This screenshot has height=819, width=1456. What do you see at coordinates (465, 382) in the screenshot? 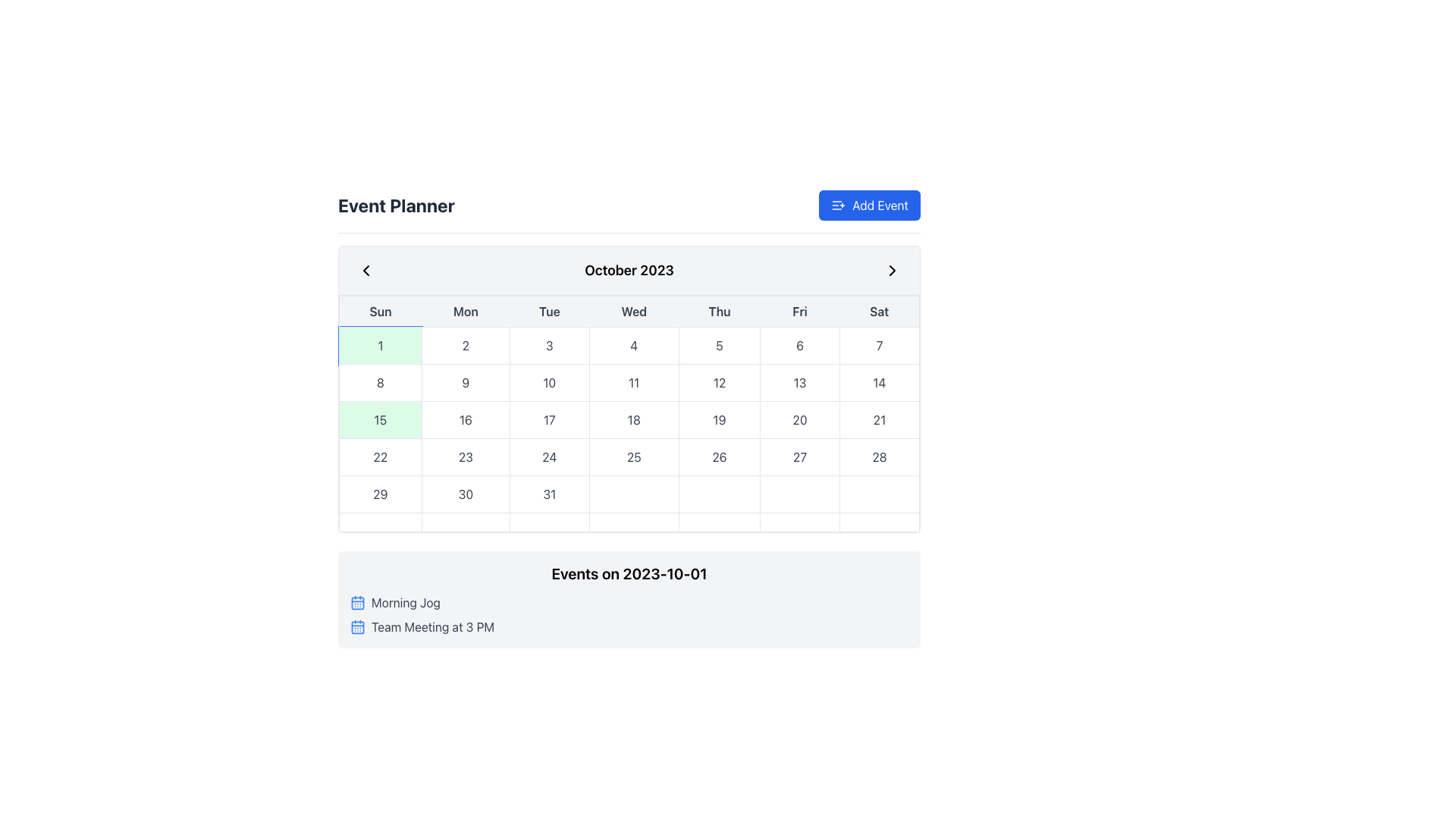
I see `the button labeled '9', which is the second button in a sequence of number buttons ranging from 8 to 14` at bounding box center [465, 382].